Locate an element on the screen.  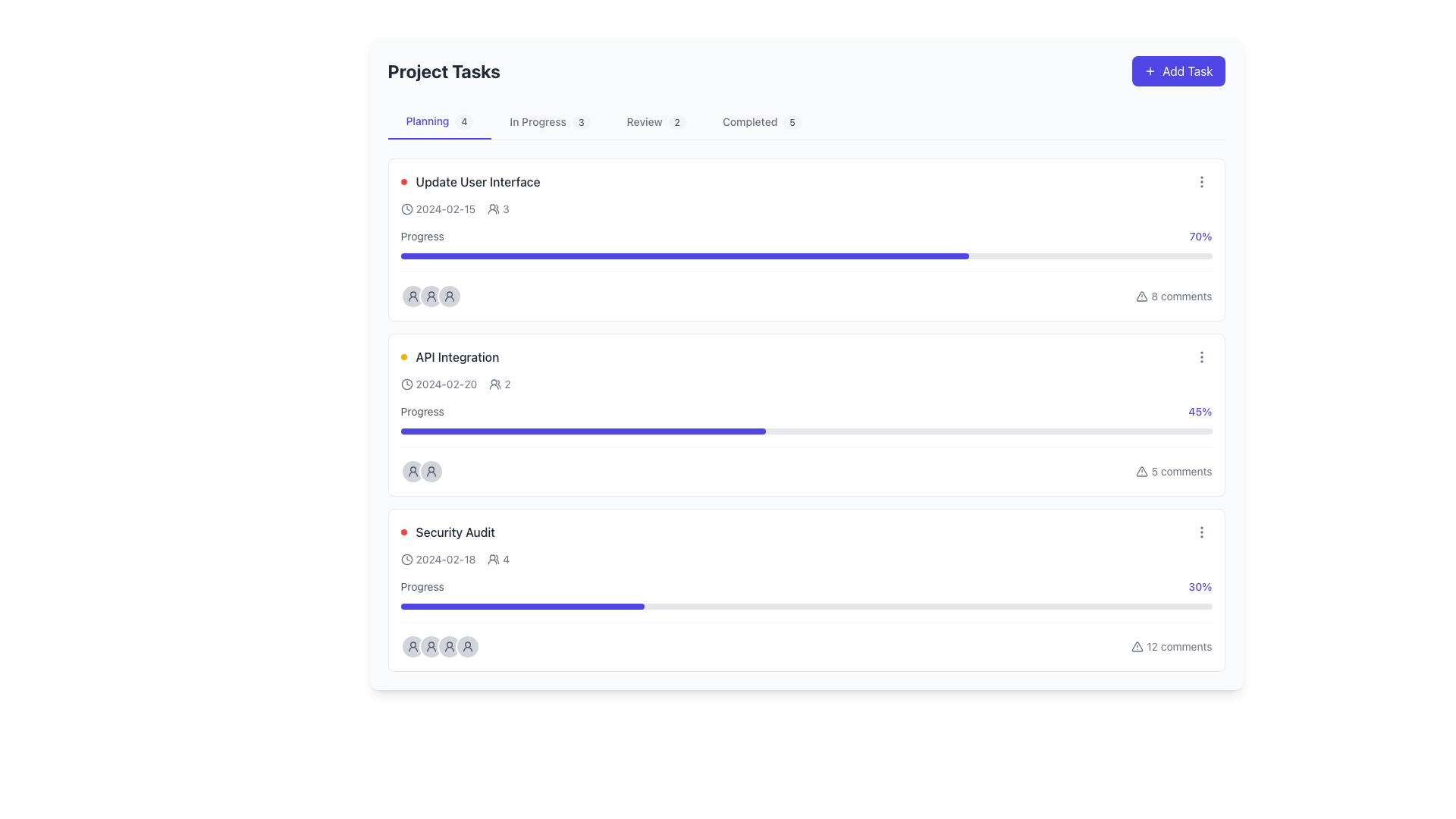
the progress bar element that visually indicates 70% completion with an indigo filled section, located centrally within a task card below the 'Progress' label is located at coordinates (805, 256).